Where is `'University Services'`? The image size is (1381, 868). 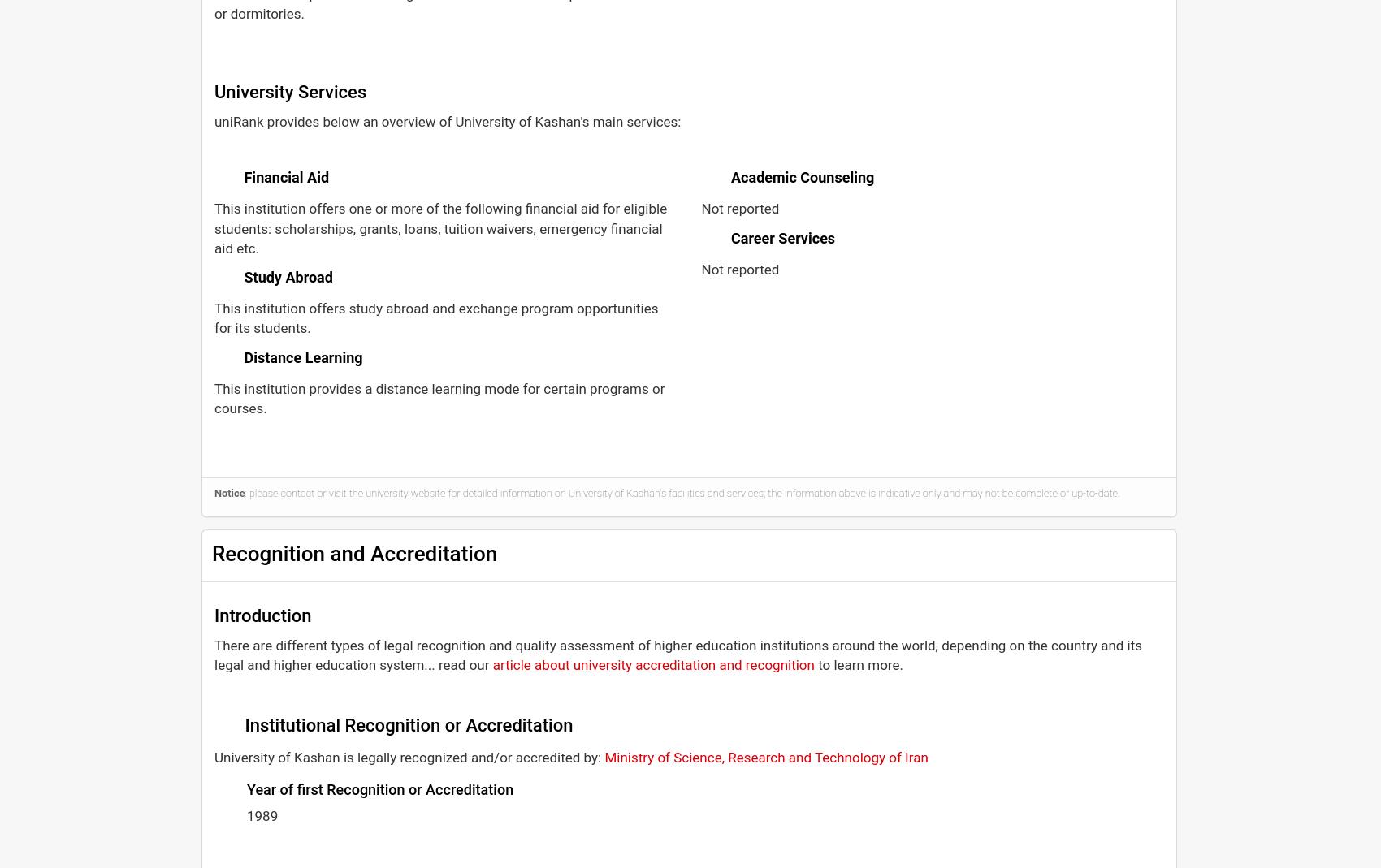
'University Services' is located at coordinates (289, 92).